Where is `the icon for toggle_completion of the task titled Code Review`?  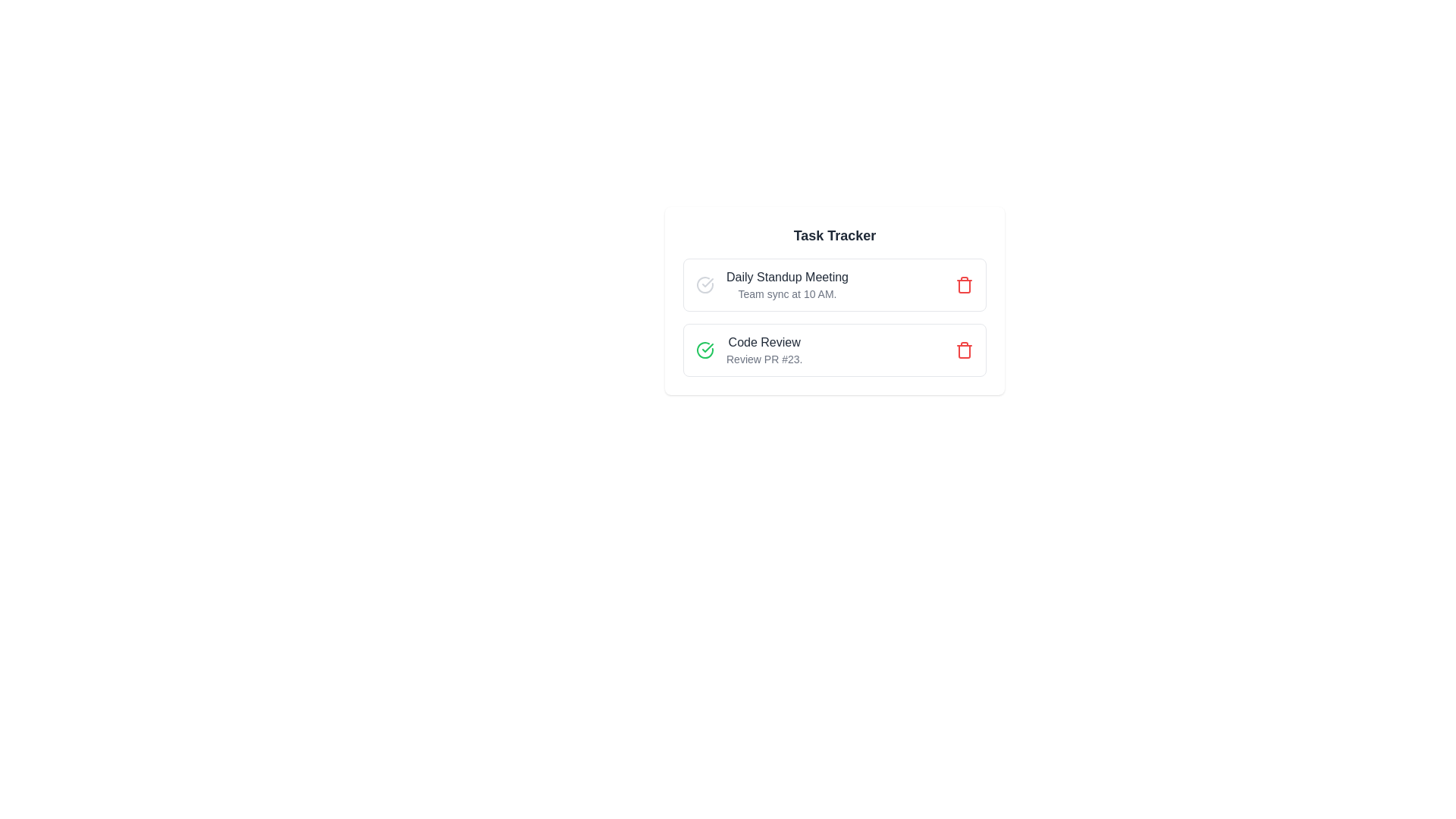
the icon for toggle_completion of the task titled Code Review is located at coordinates (704, 350).